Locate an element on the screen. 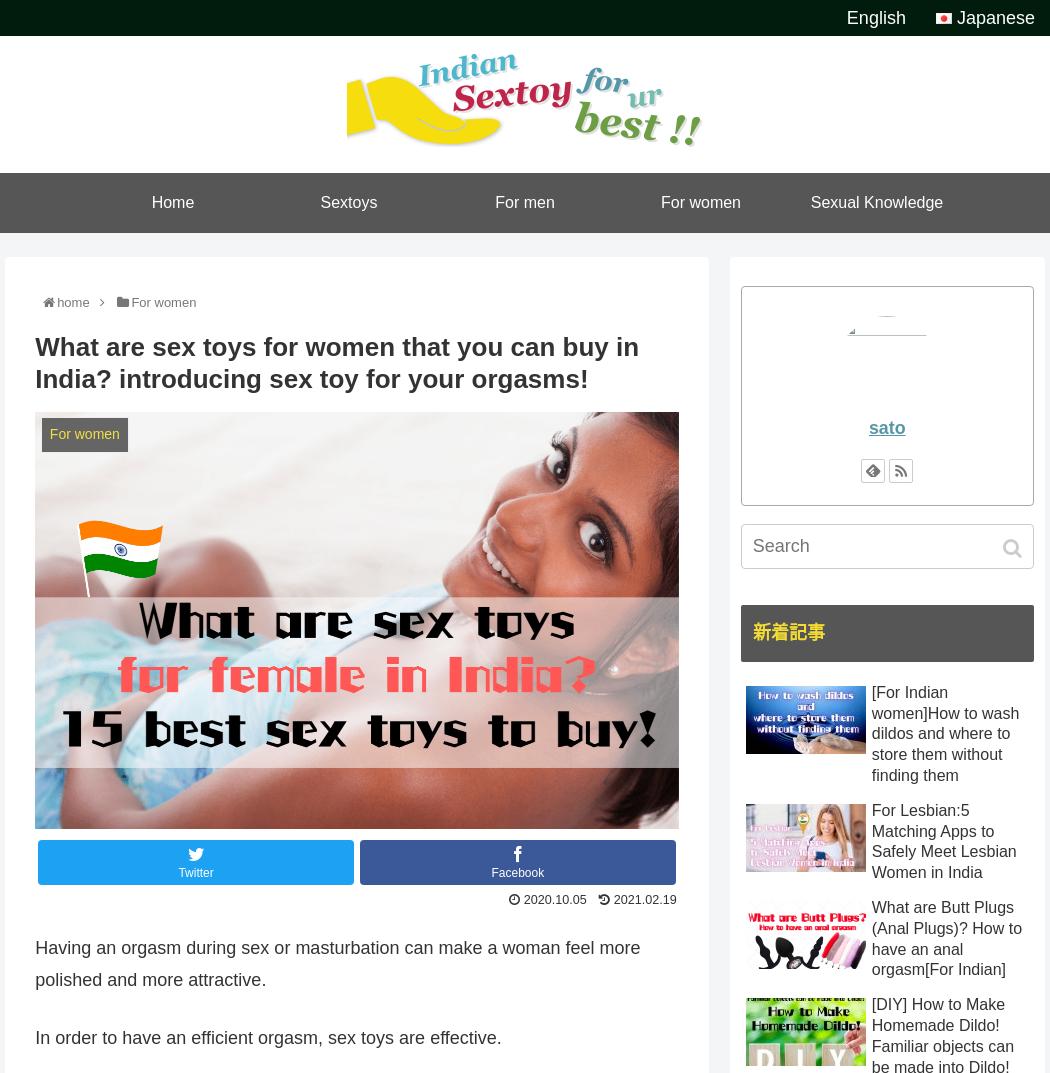 Image resolution: width=1050 pixels, height=1073 pixels. 'English' is located at coordinates (874, 17).